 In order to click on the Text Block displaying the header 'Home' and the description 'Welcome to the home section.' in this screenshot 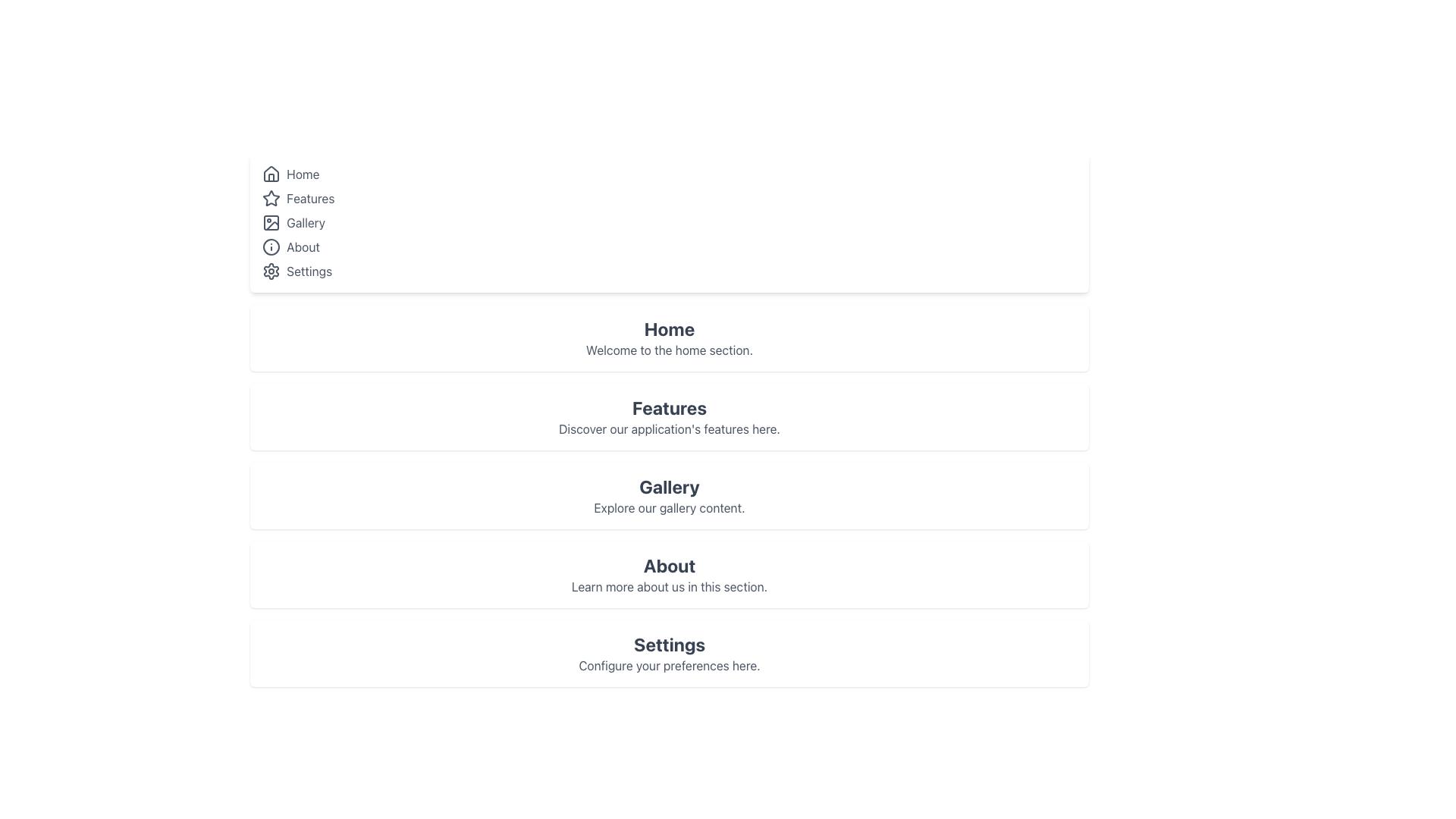, I will do `click(669, 337)`.